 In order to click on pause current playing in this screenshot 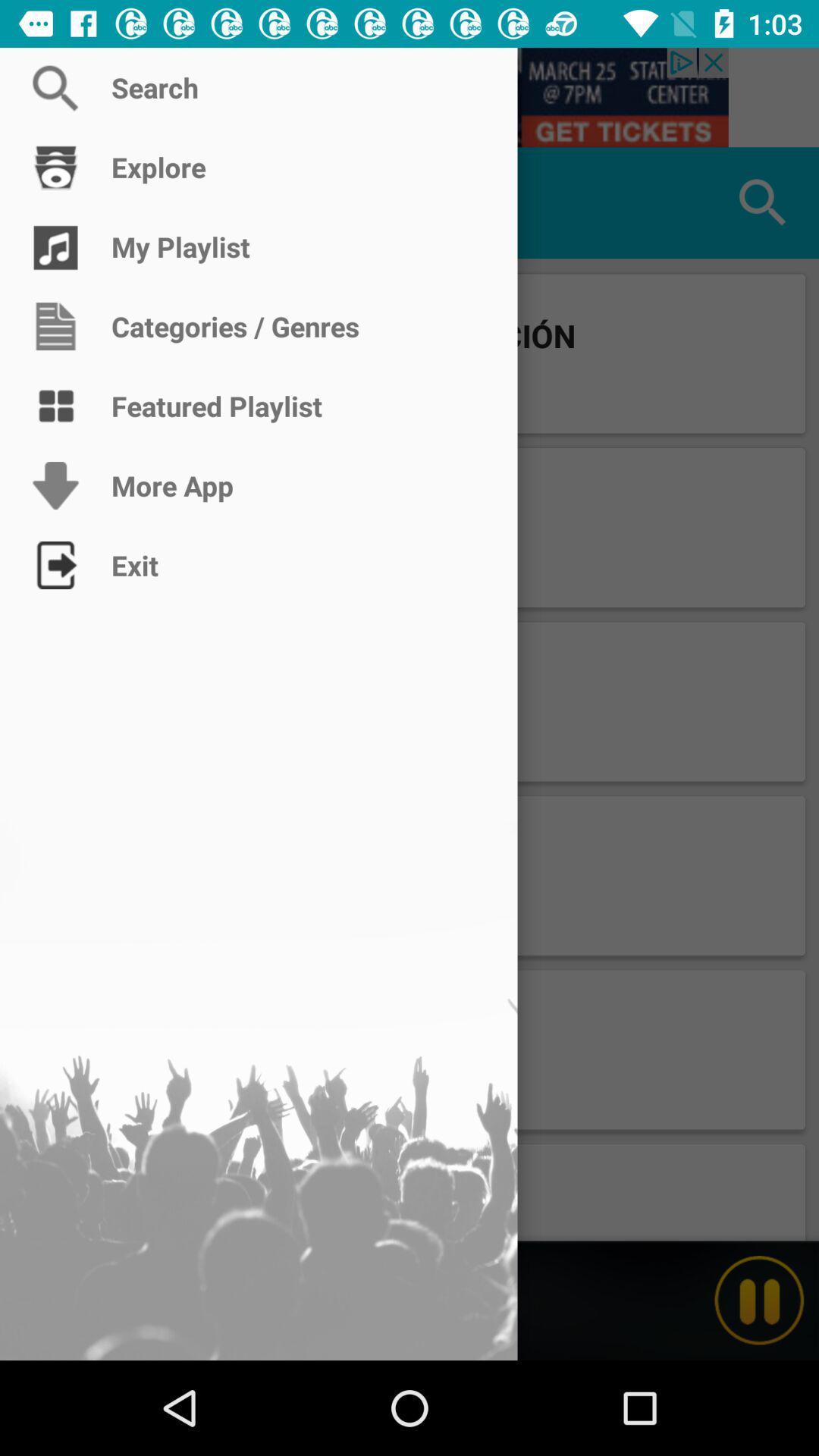, I will do `click(759, 1300)`.